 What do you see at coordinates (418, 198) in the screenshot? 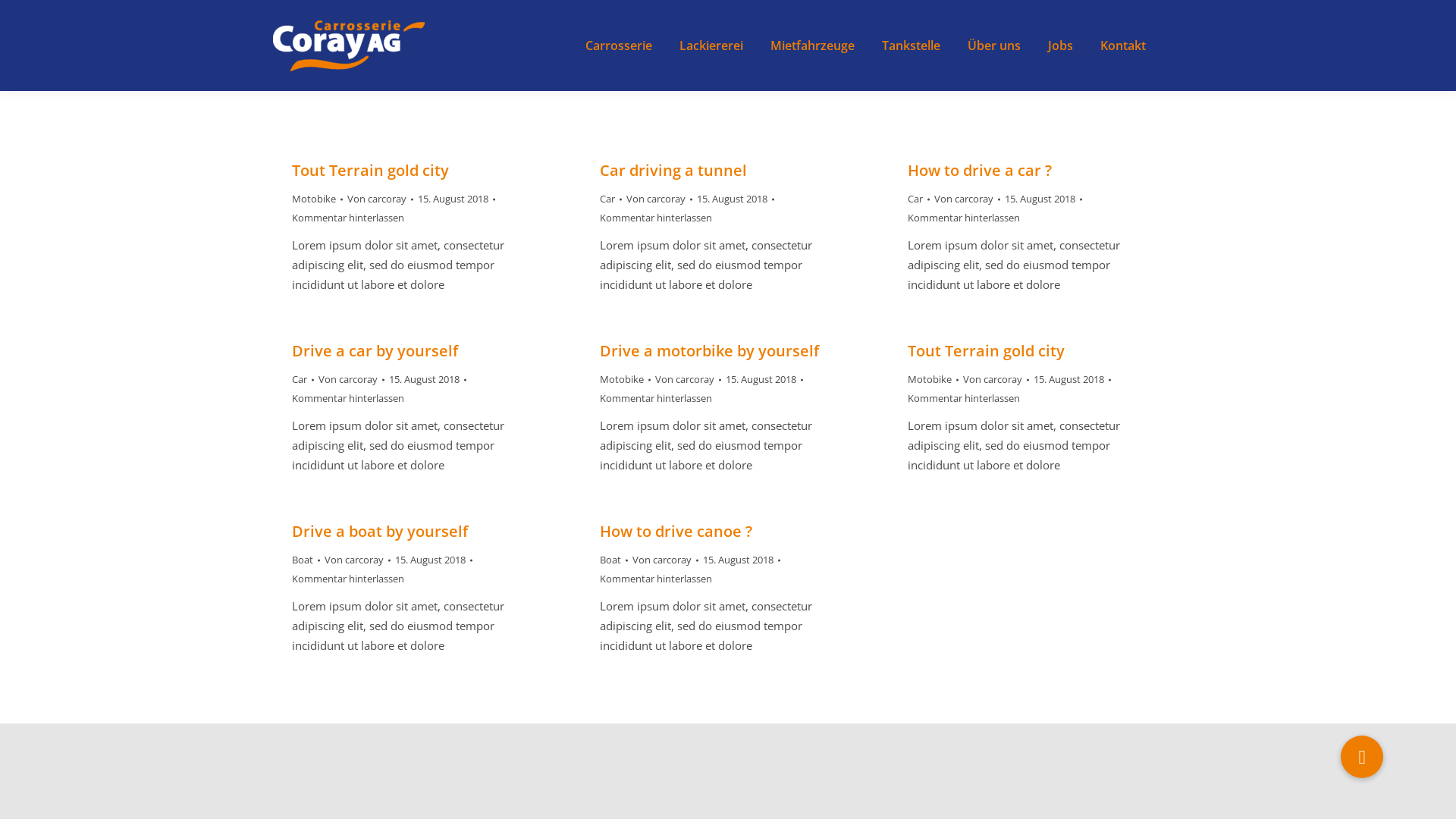
I see `'15. August 2018'` at bounding box center [418, 198].